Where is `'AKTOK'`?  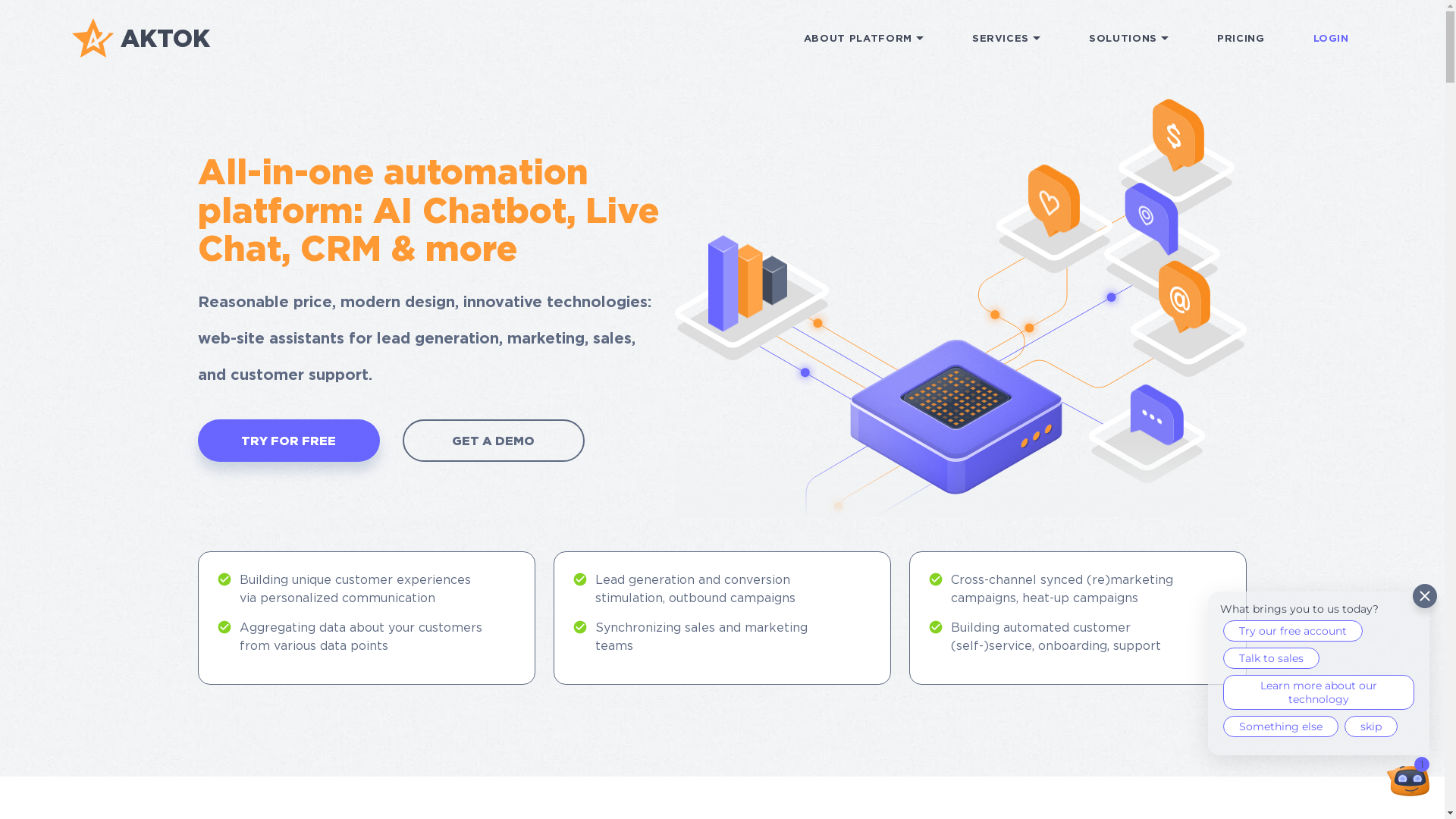
'AKTOK' is located at coordinates (71, 37).